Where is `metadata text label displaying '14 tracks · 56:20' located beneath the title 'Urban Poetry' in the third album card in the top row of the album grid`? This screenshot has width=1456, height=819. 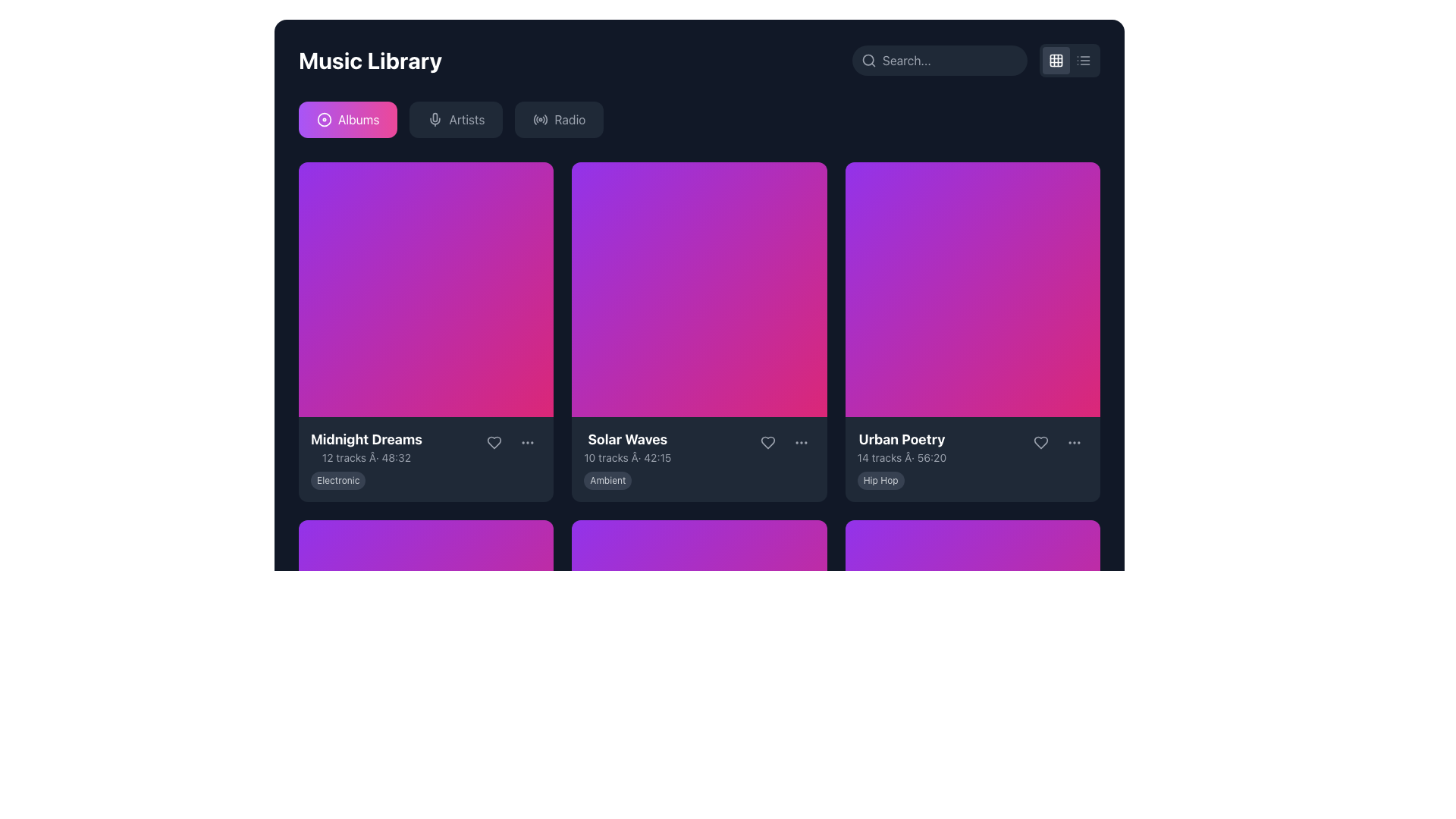
metadata text label displaying '14 tracks · 56:20' located beneath the title 'Urban Poetry' in the third album card in the top row of the album grid is located at coordinates (902, 457).